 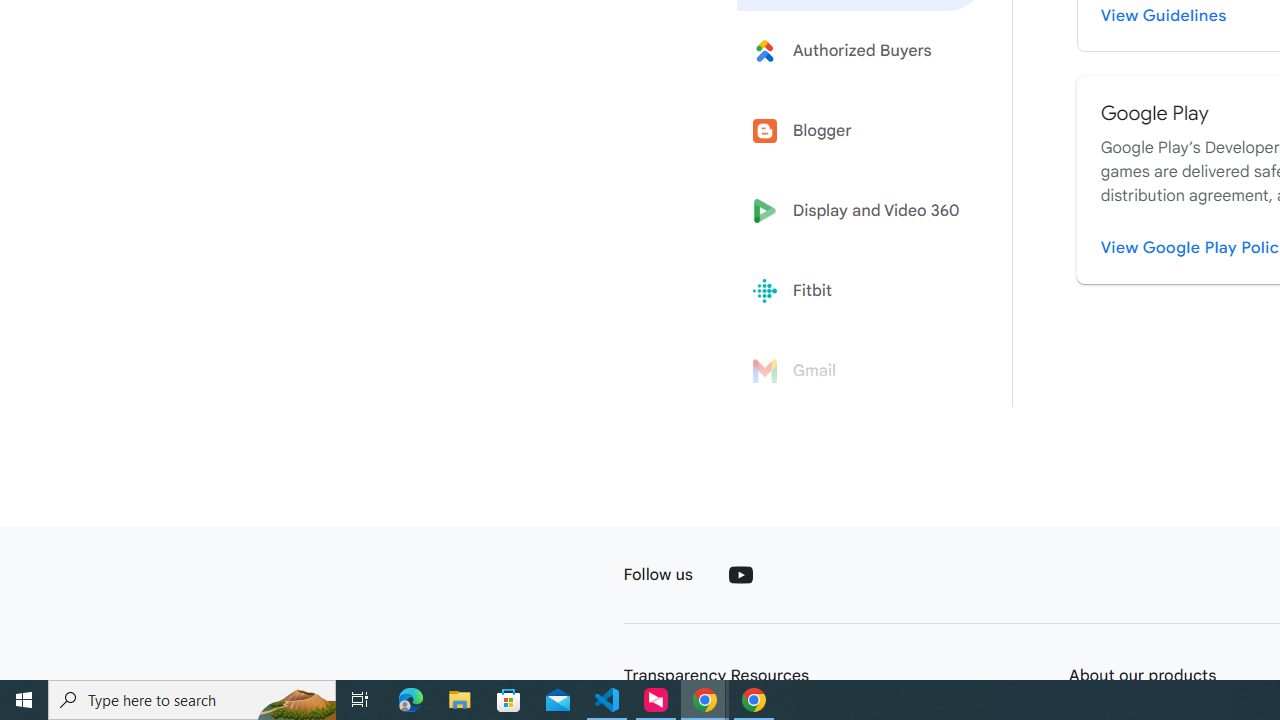 I want to click on 'Display and Video 360', so click(x=862, y=211).